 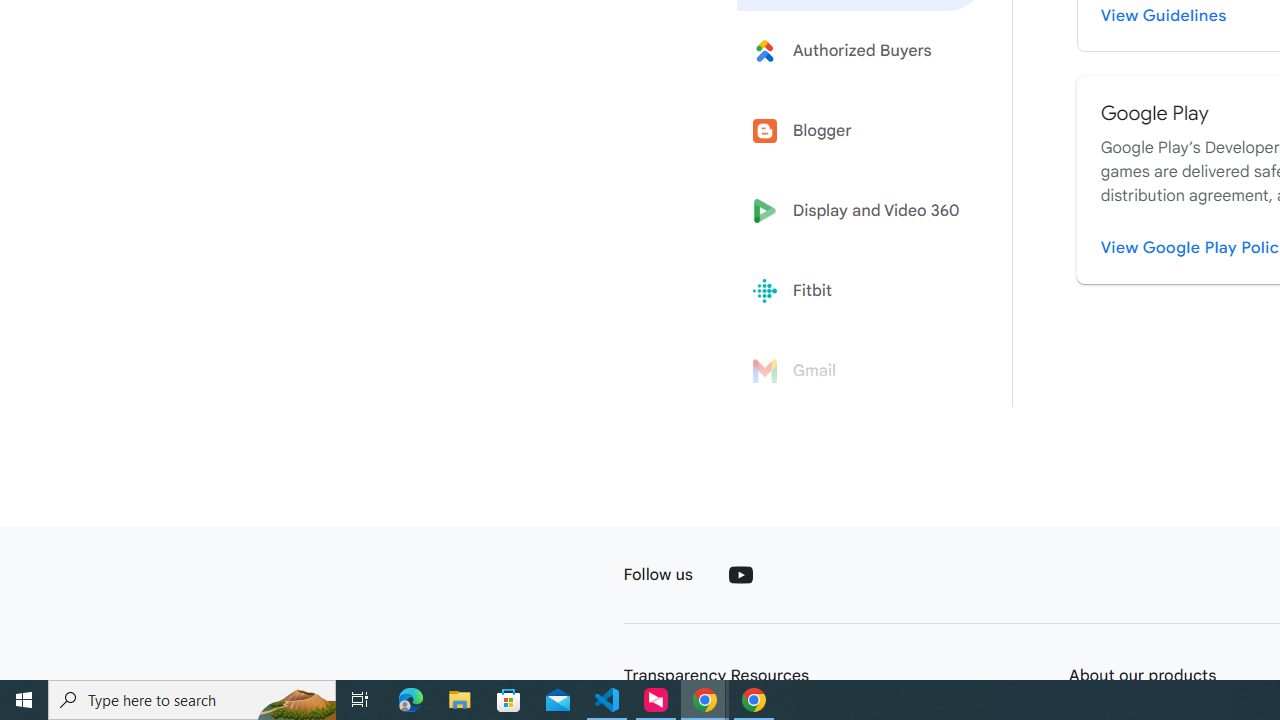 I want to click on 'Display and Video 360', so click(x=862, y=211).